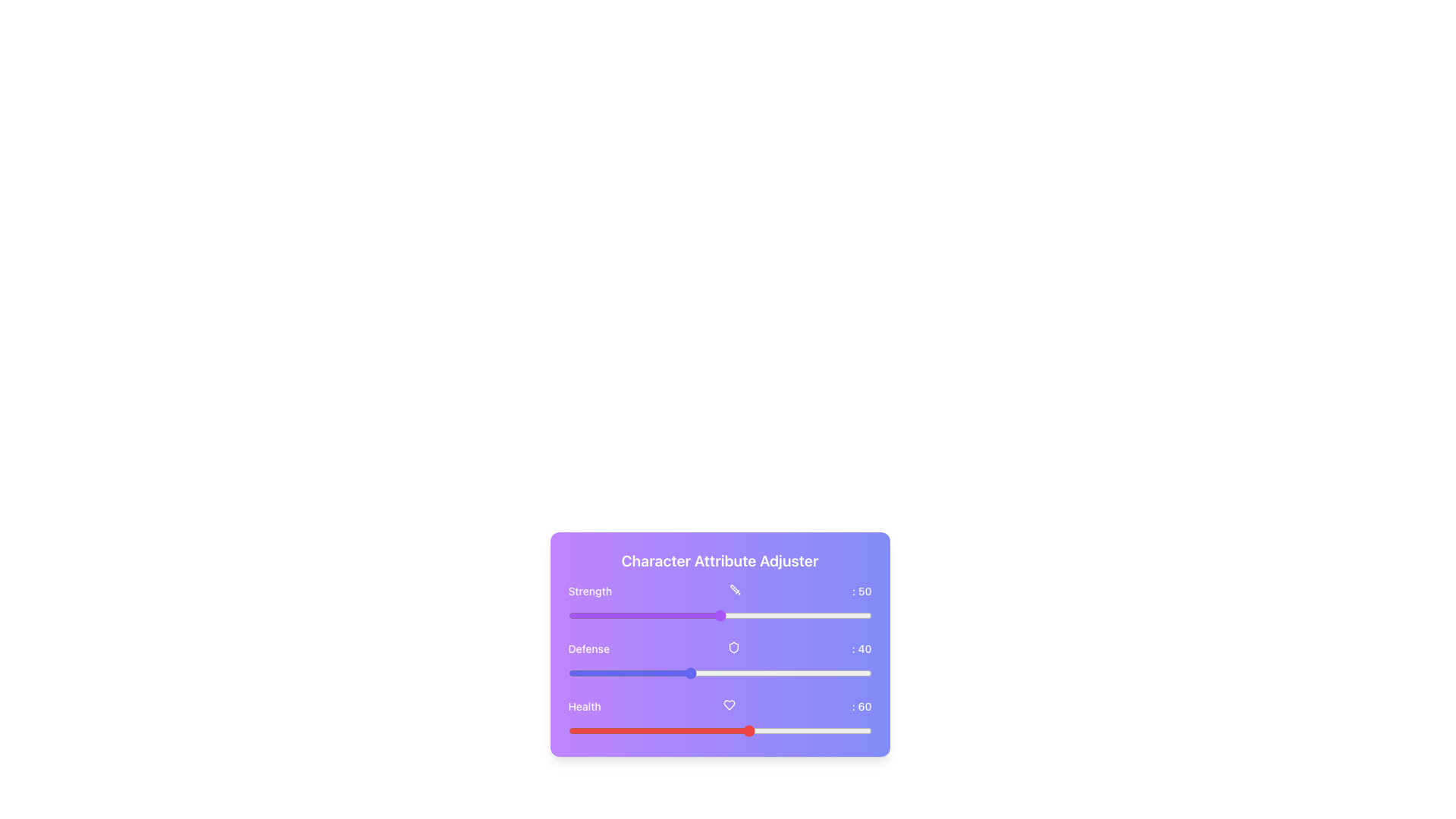  What do you see at coordinates (719, 561) in the screenshot?
I see `the static text label that serves as the title for adjusting character attributes, located at the top of the interface` at bounding box center [719, 561].